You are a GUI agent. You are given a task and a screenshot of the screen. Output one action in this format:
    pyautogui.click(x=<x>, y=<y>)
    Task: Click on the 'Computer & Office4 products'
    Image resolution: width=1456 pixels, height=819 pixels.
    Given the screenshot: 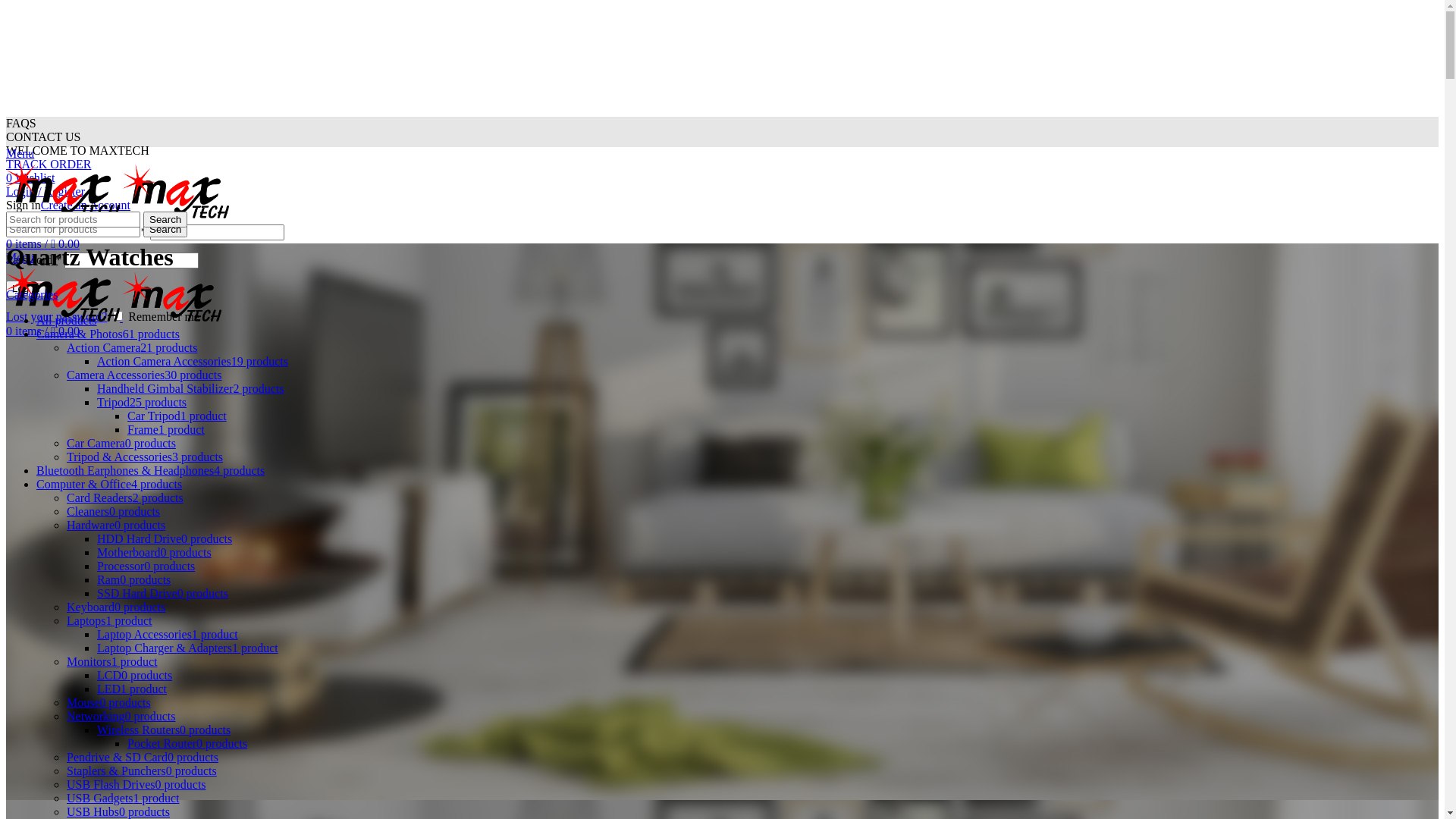 What is the action you would take?
    pyautogui.click(x=108, y=484)
    